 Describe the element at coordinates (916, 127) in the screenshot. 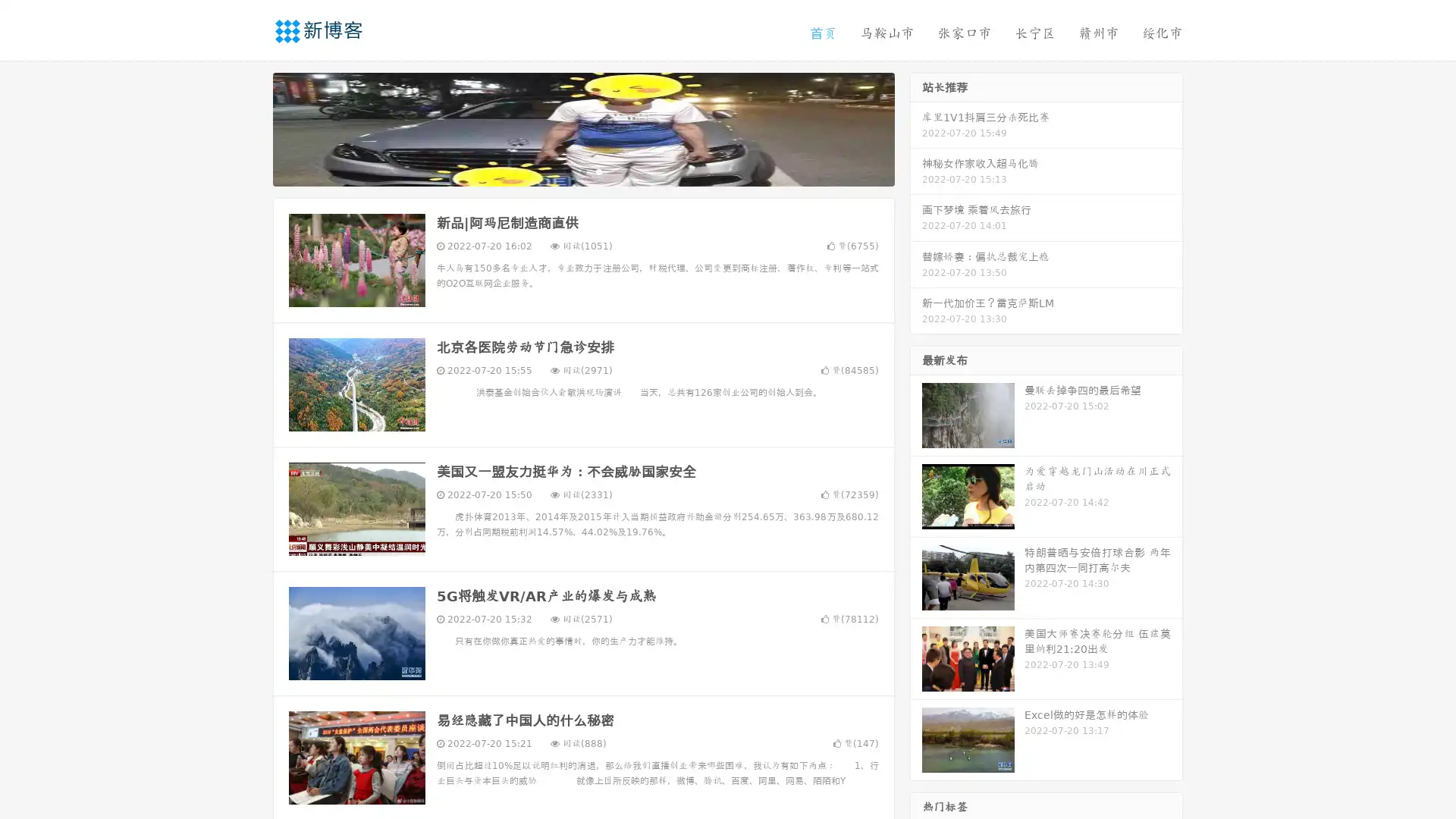

I see `Next slide` at that location.